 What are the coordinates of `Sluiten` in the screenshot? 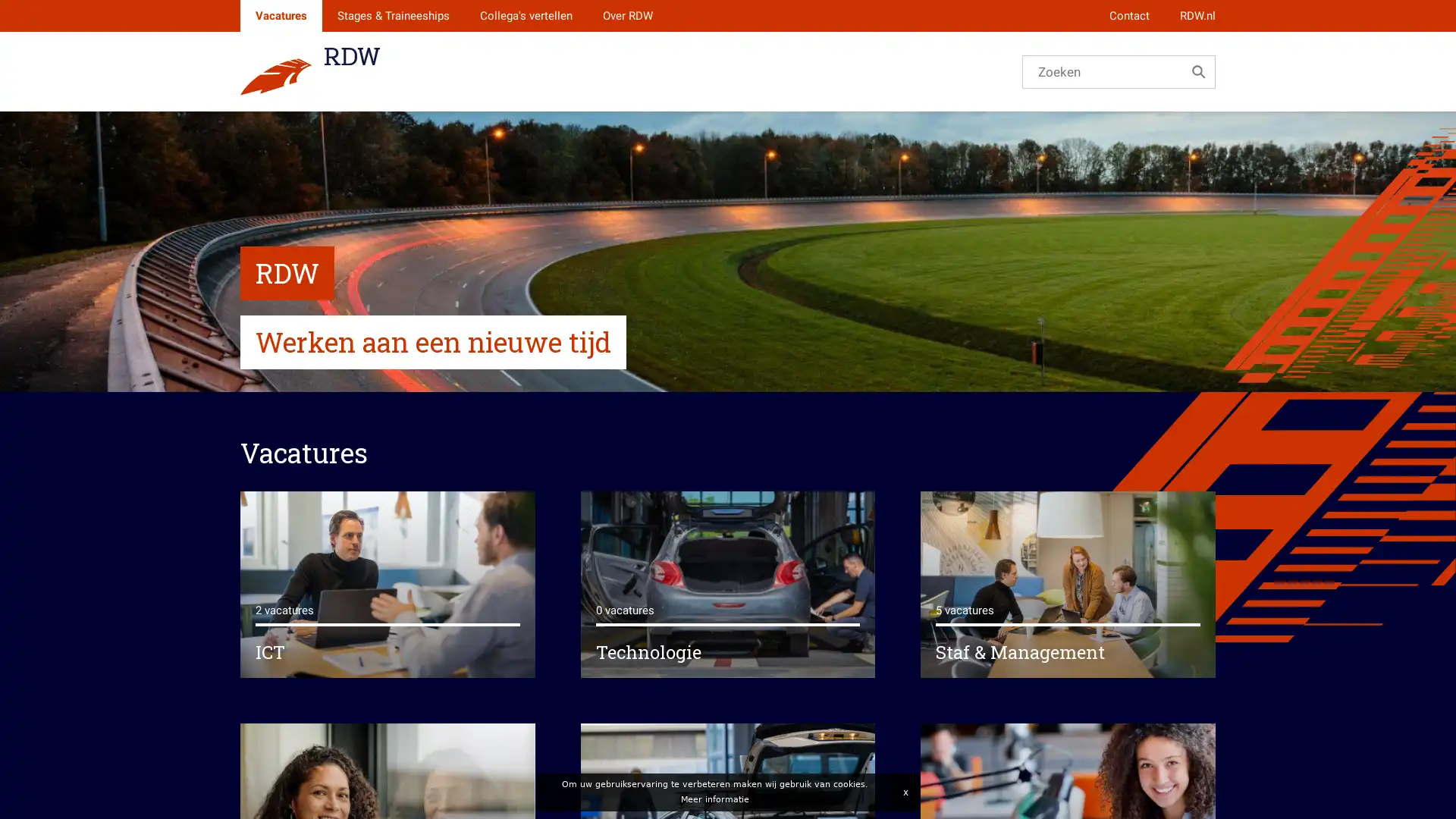 It's located at (905, 792).